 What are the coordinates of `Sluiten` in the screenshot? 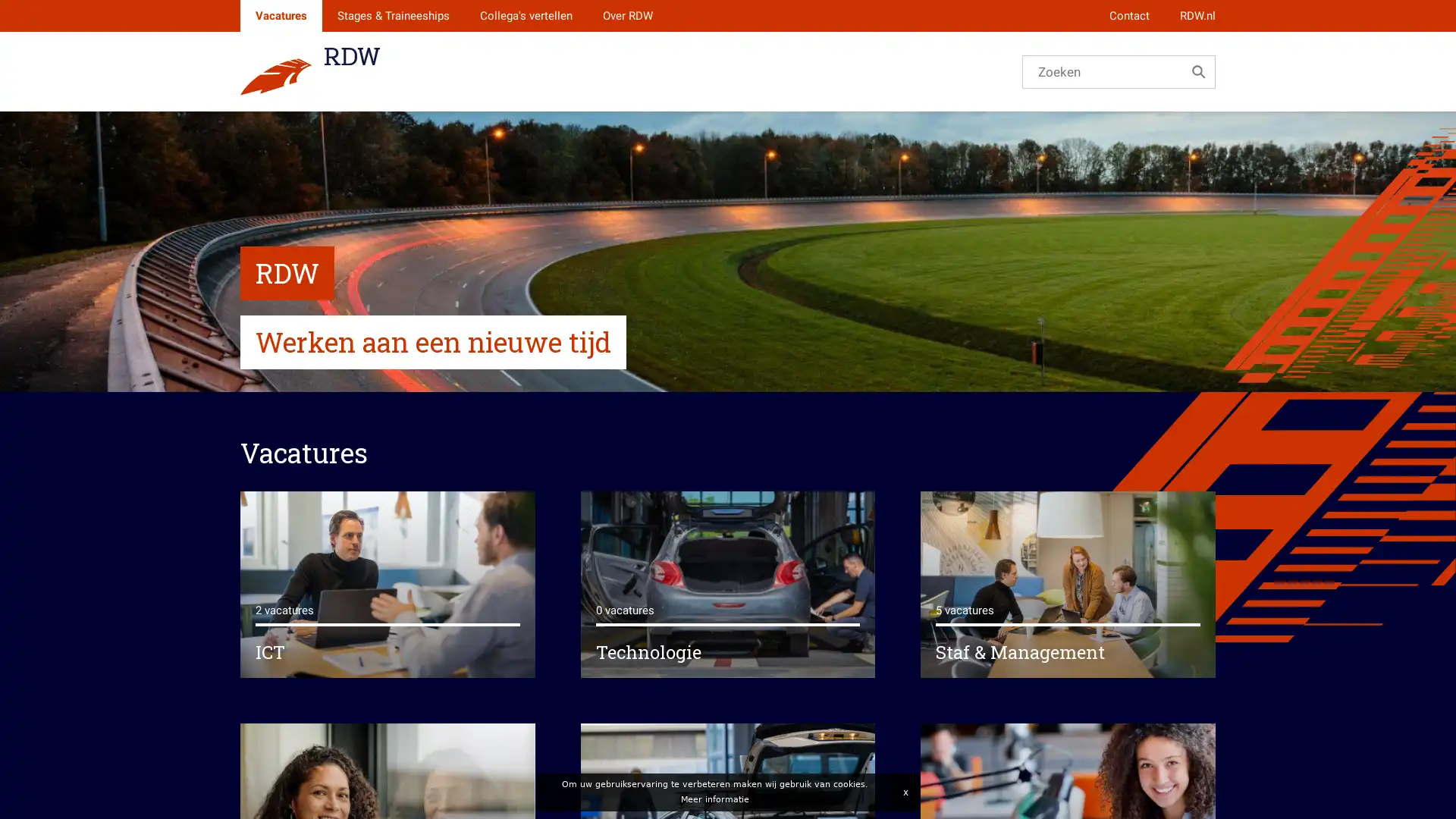 It's located at (905, 792).